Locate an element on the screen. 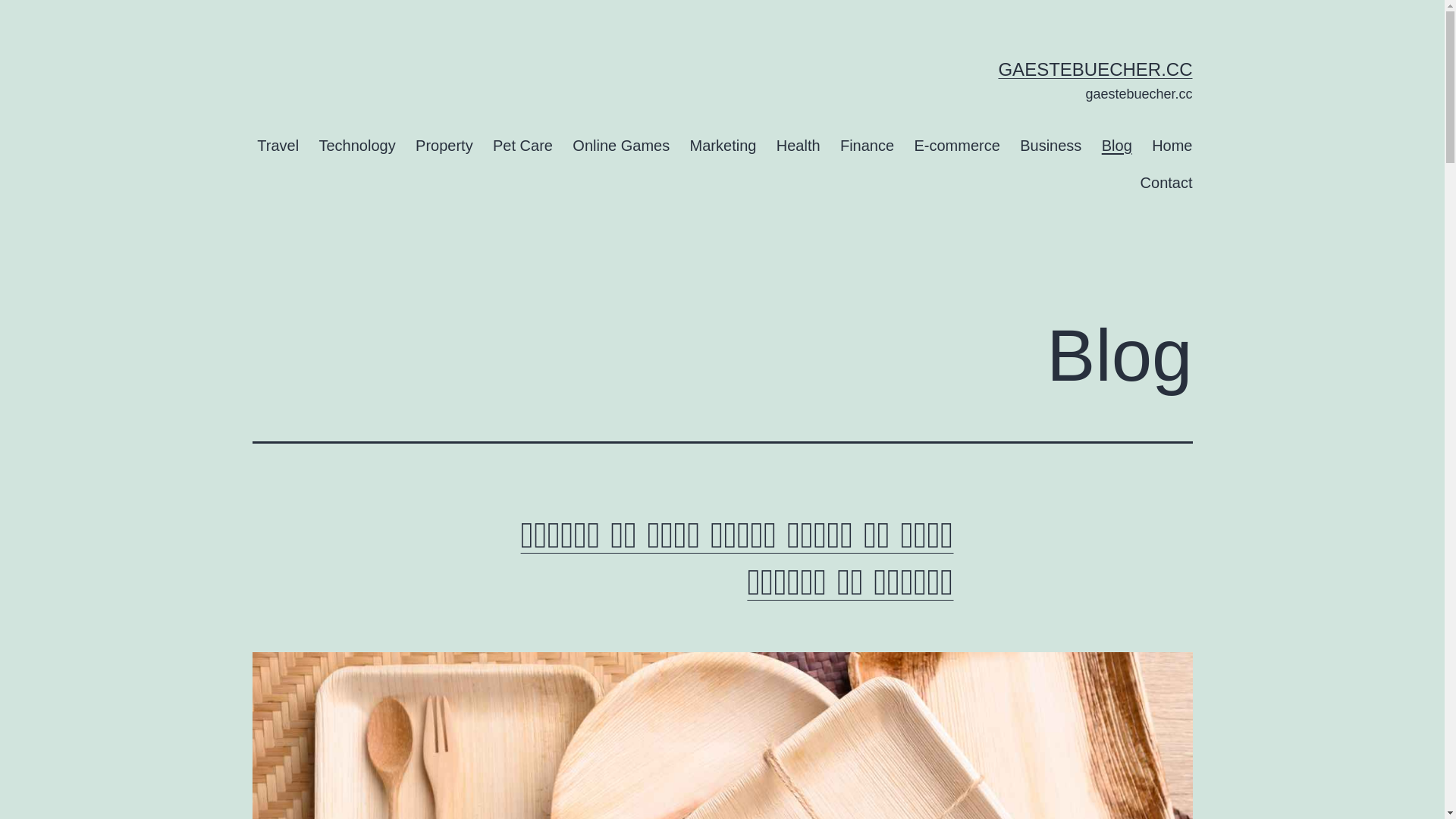  'E-commerce' is located at coordinates (903, 145).